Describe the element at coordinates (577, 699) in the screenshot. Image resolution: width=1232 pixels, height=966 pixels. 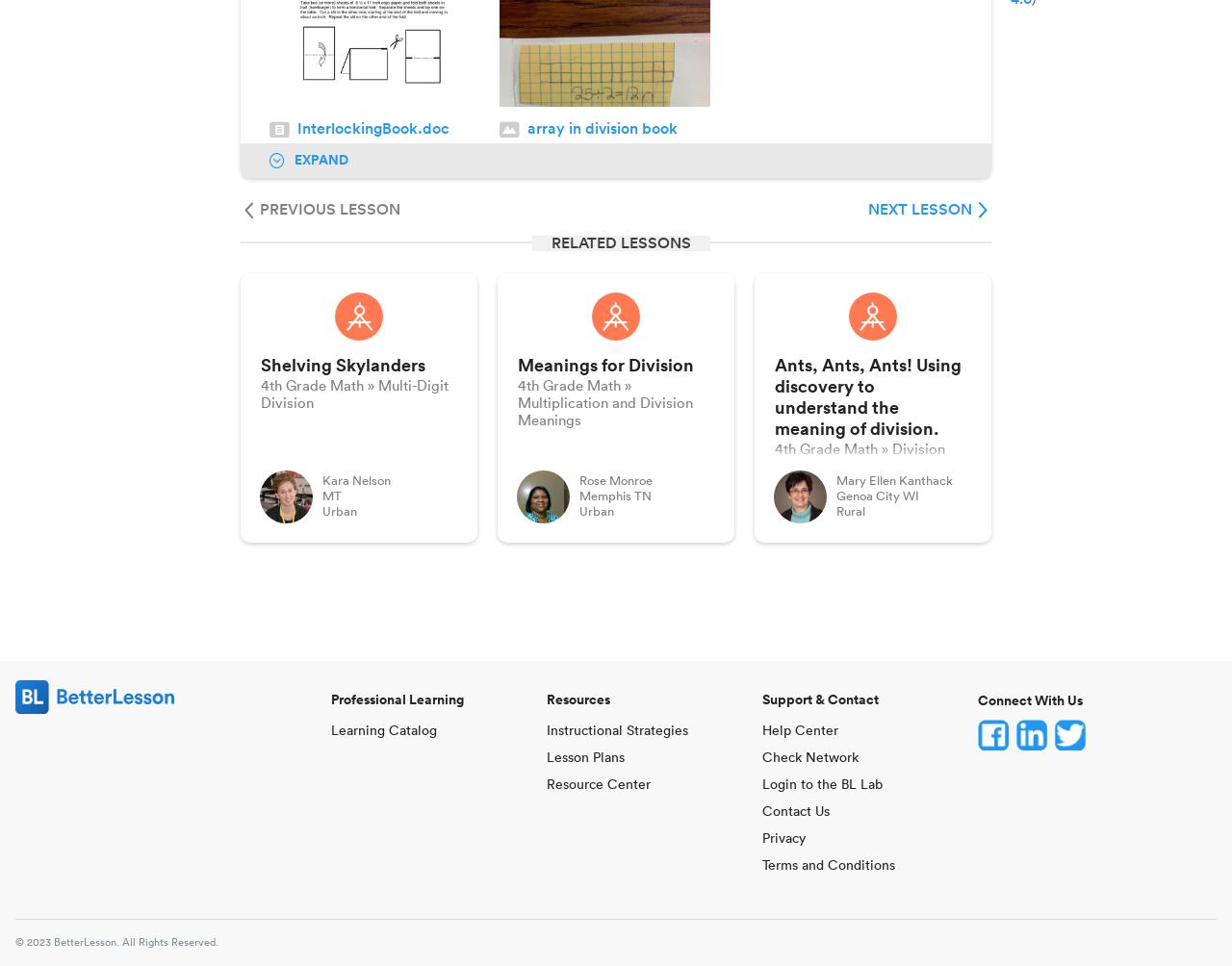
I see `'Resources'` at that location.